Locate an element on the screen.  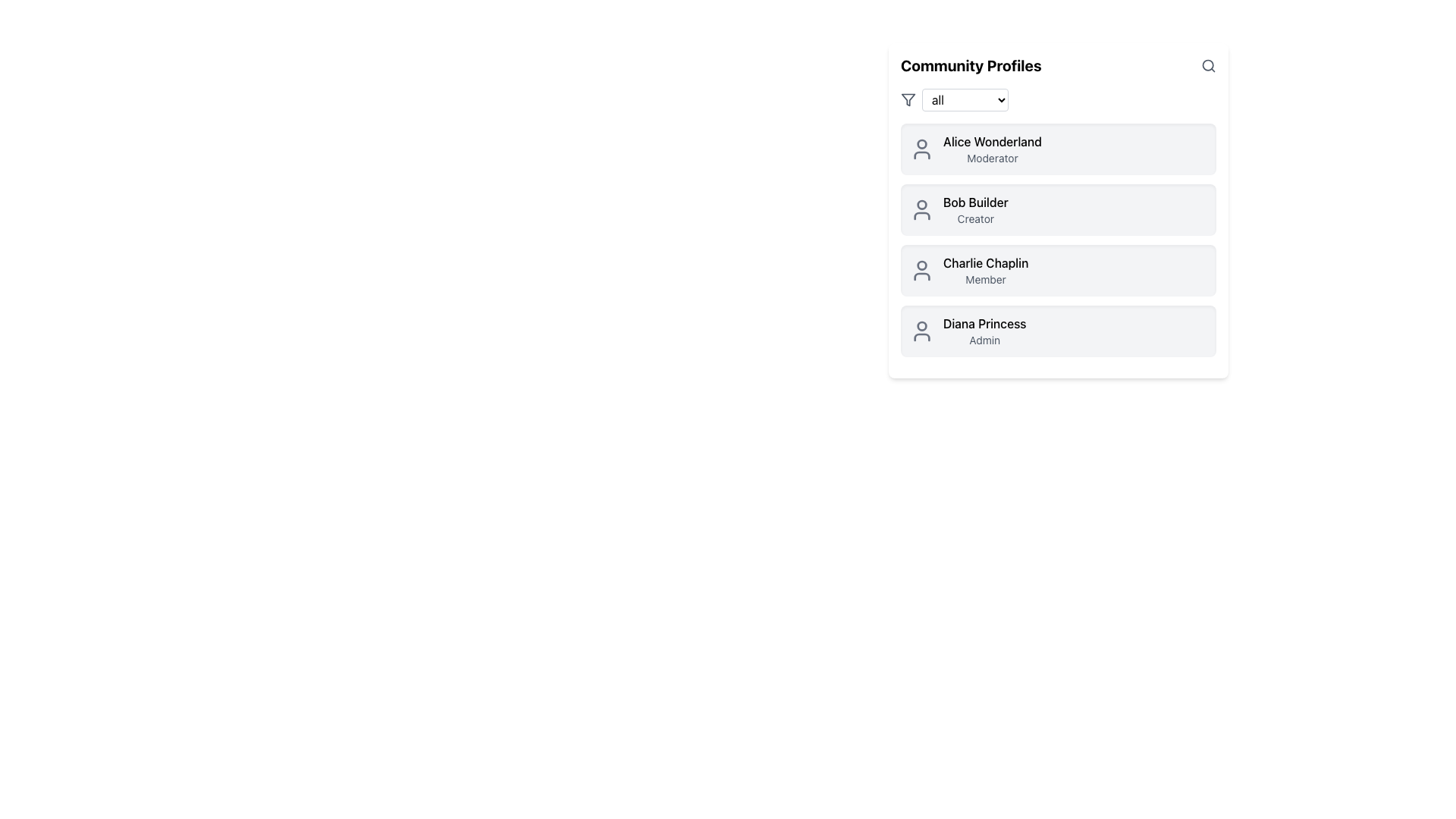
the lower rectangular part of the user icon representing 'Diana Princess', Admin role, located at the bottom of the community profiles list is located at coordinates (921, 336).